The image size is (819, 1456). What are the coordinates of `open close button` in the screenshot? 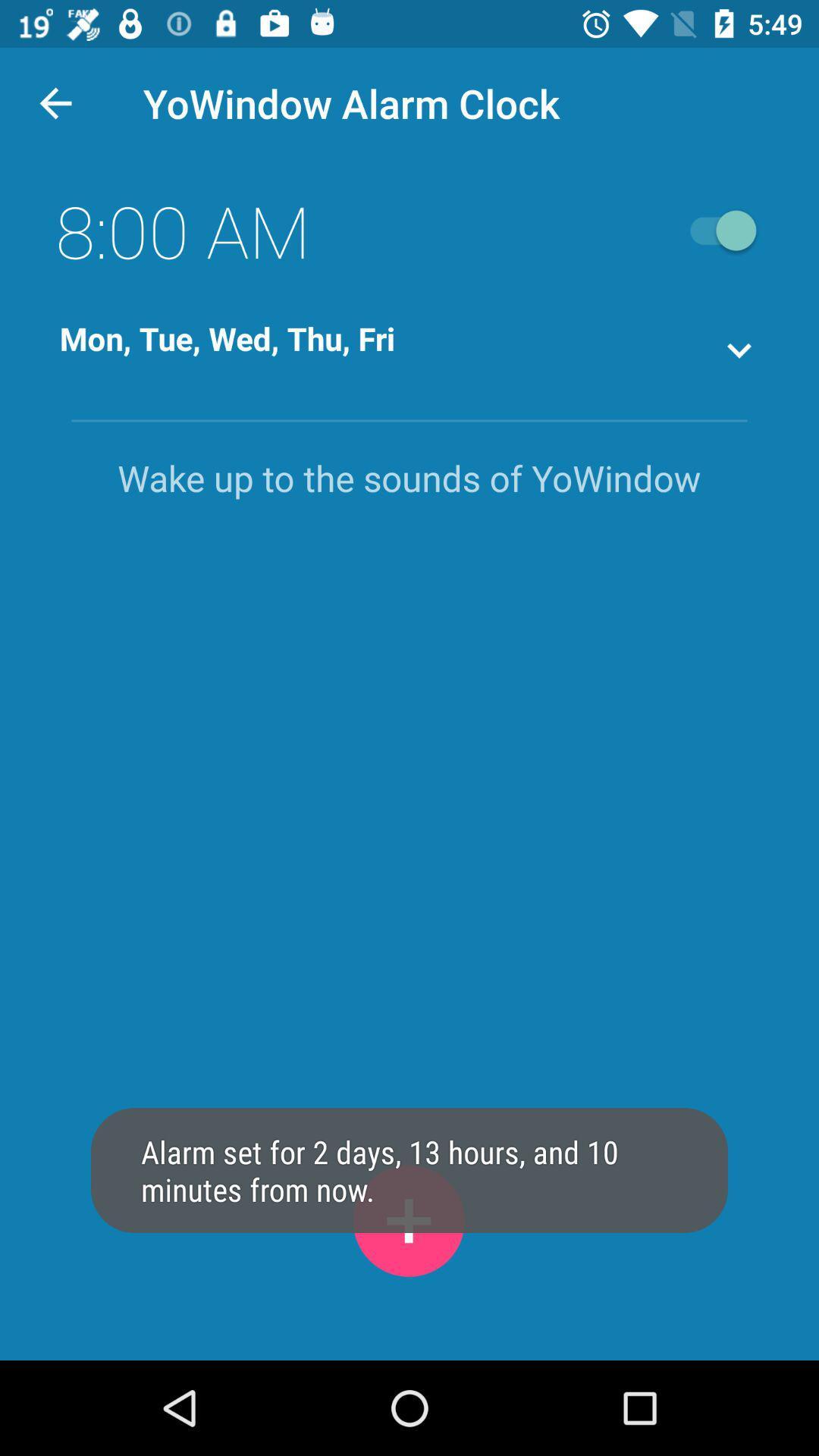 It's located at (716, 230).